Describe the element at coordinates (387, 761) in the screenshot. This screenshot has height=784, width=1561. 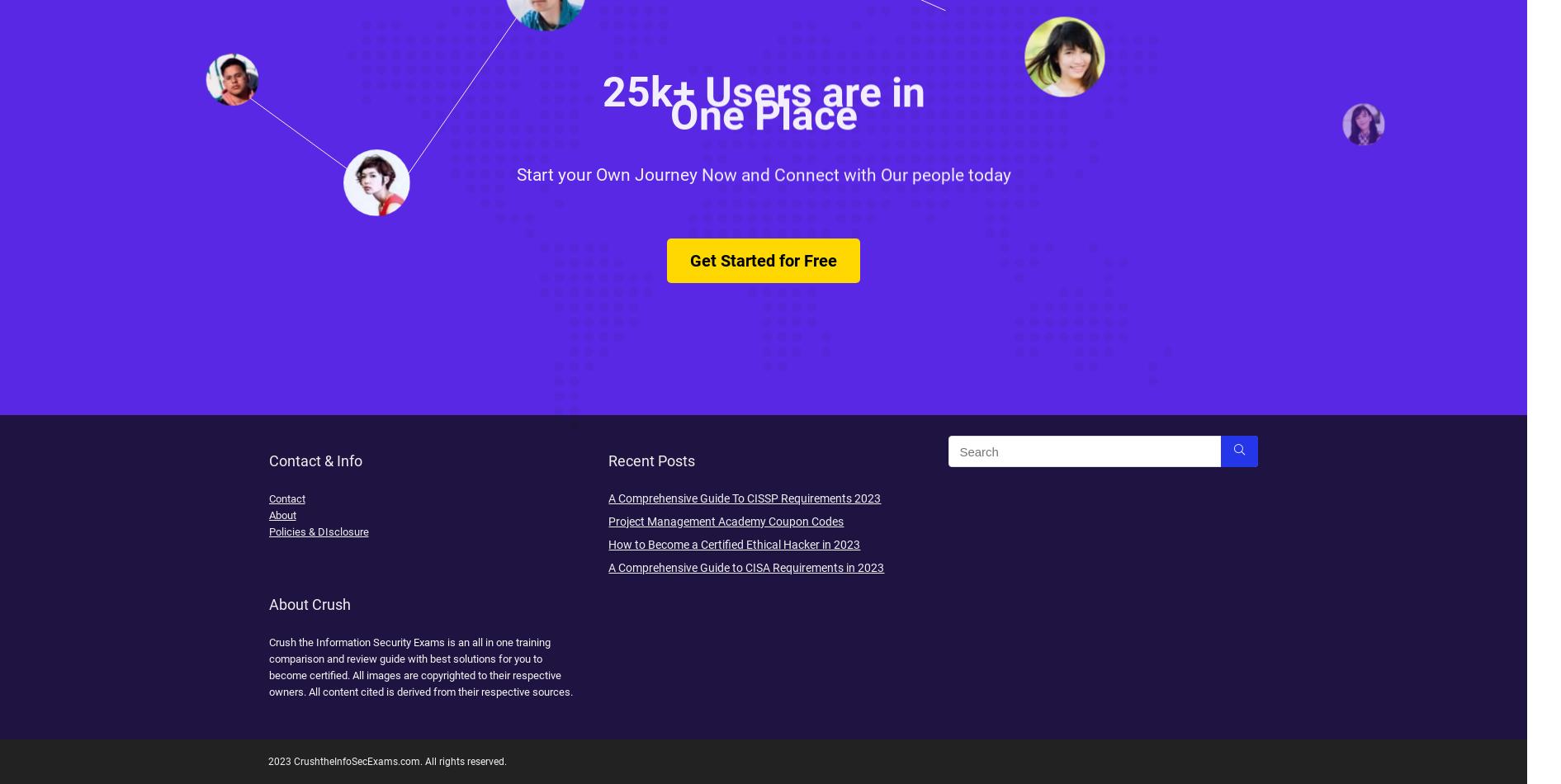
I see `'2023 CrushtheInfoSecExams.com. All rights reserved.'` at that location.